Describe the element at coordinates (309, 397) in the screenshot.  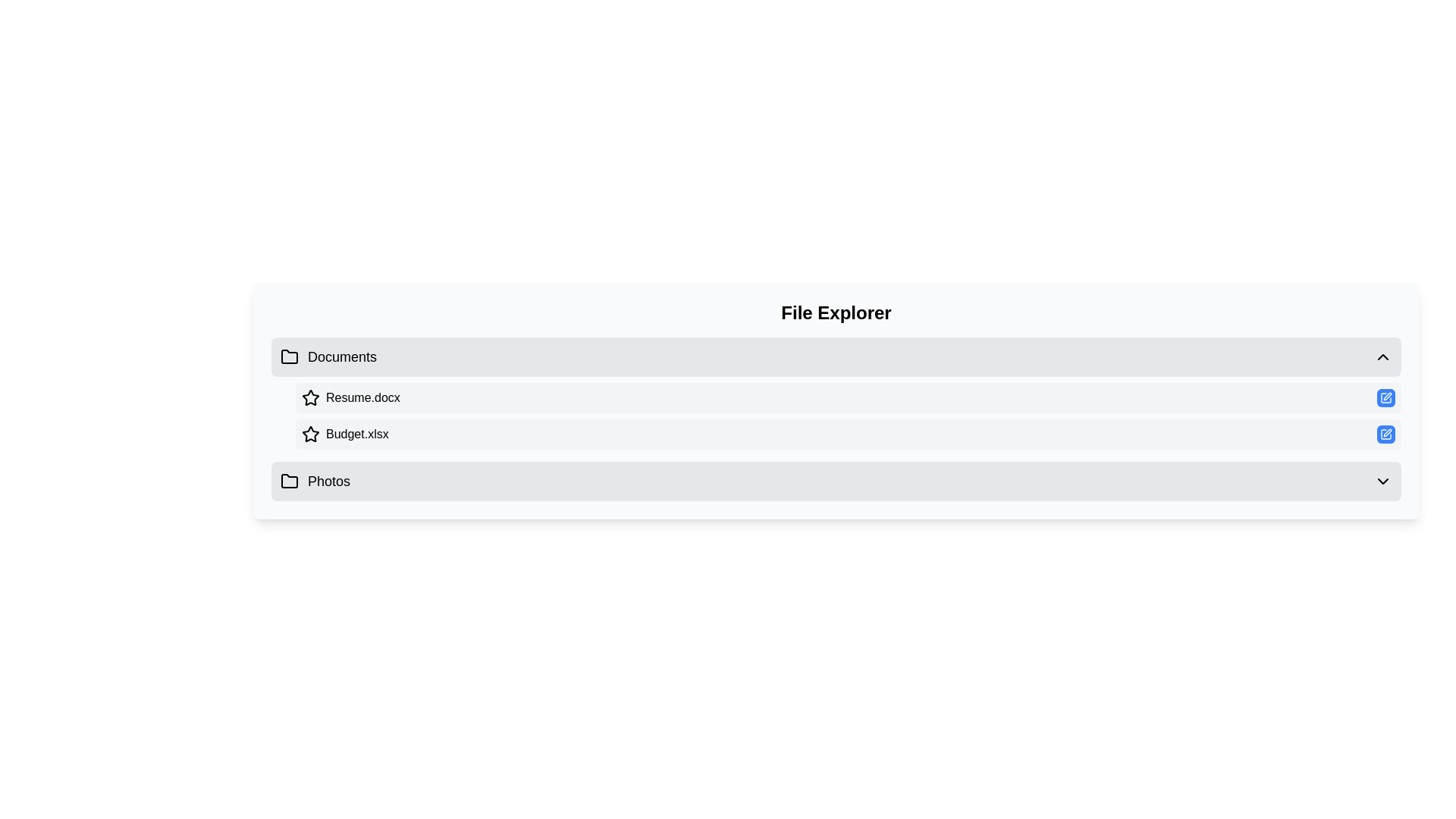
I see `the star icon representing 'Resume.docx' in the Documents section of the file explorer interface` at that location.